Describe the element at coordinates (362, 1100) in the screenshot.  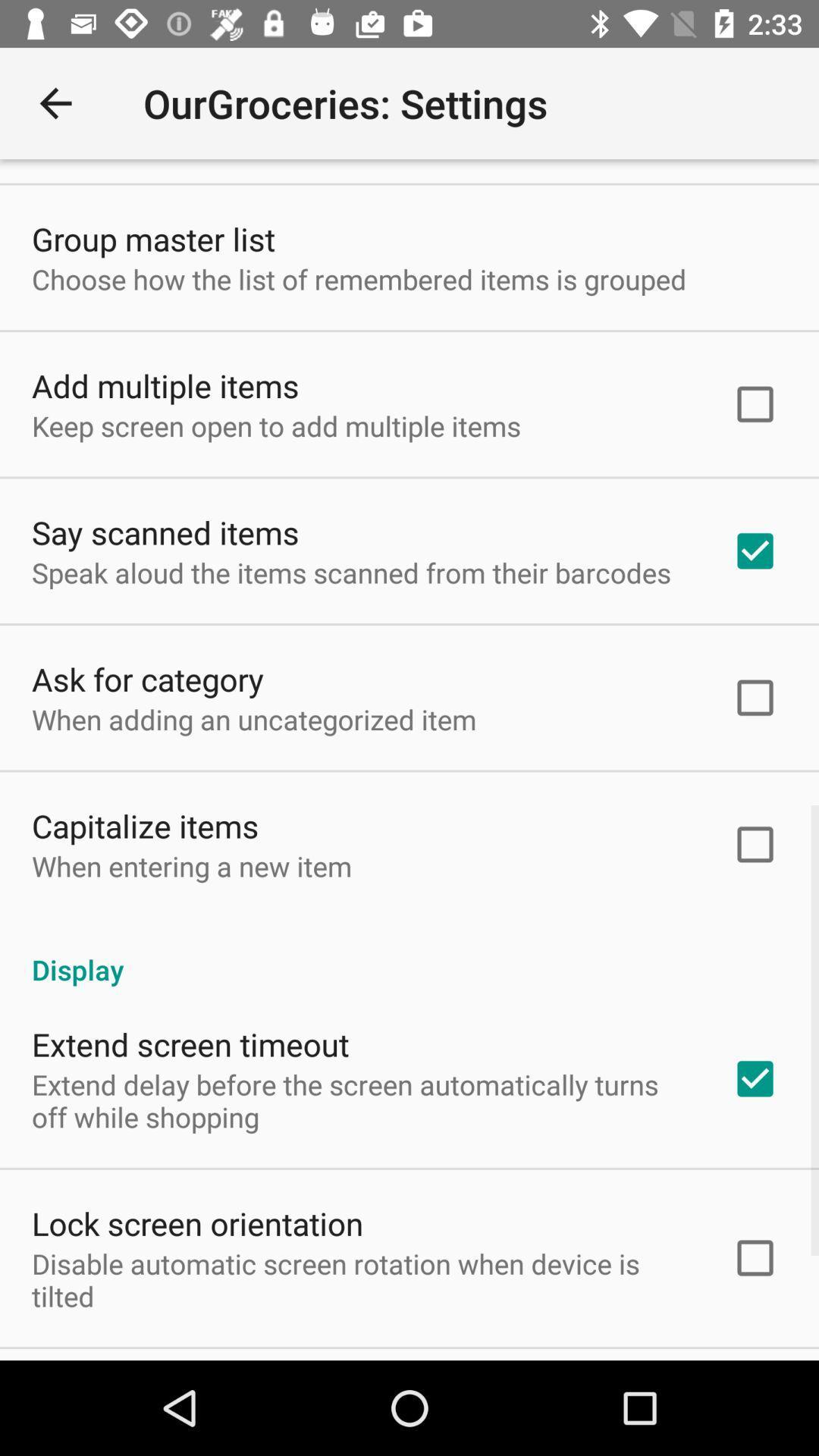
I see `icon below extend screen timeout` at that location.